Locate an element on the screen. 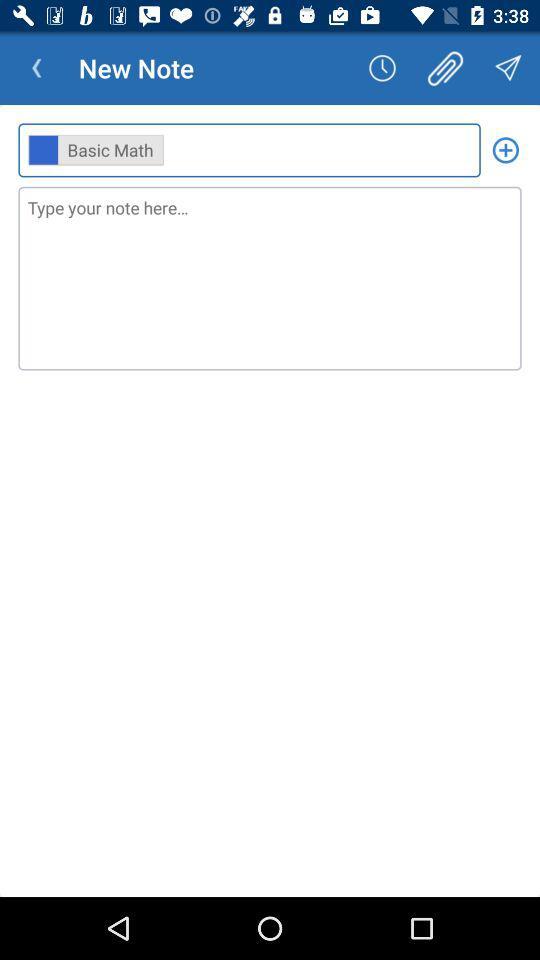  app next to the new note item is located at coordinates (36, 68).